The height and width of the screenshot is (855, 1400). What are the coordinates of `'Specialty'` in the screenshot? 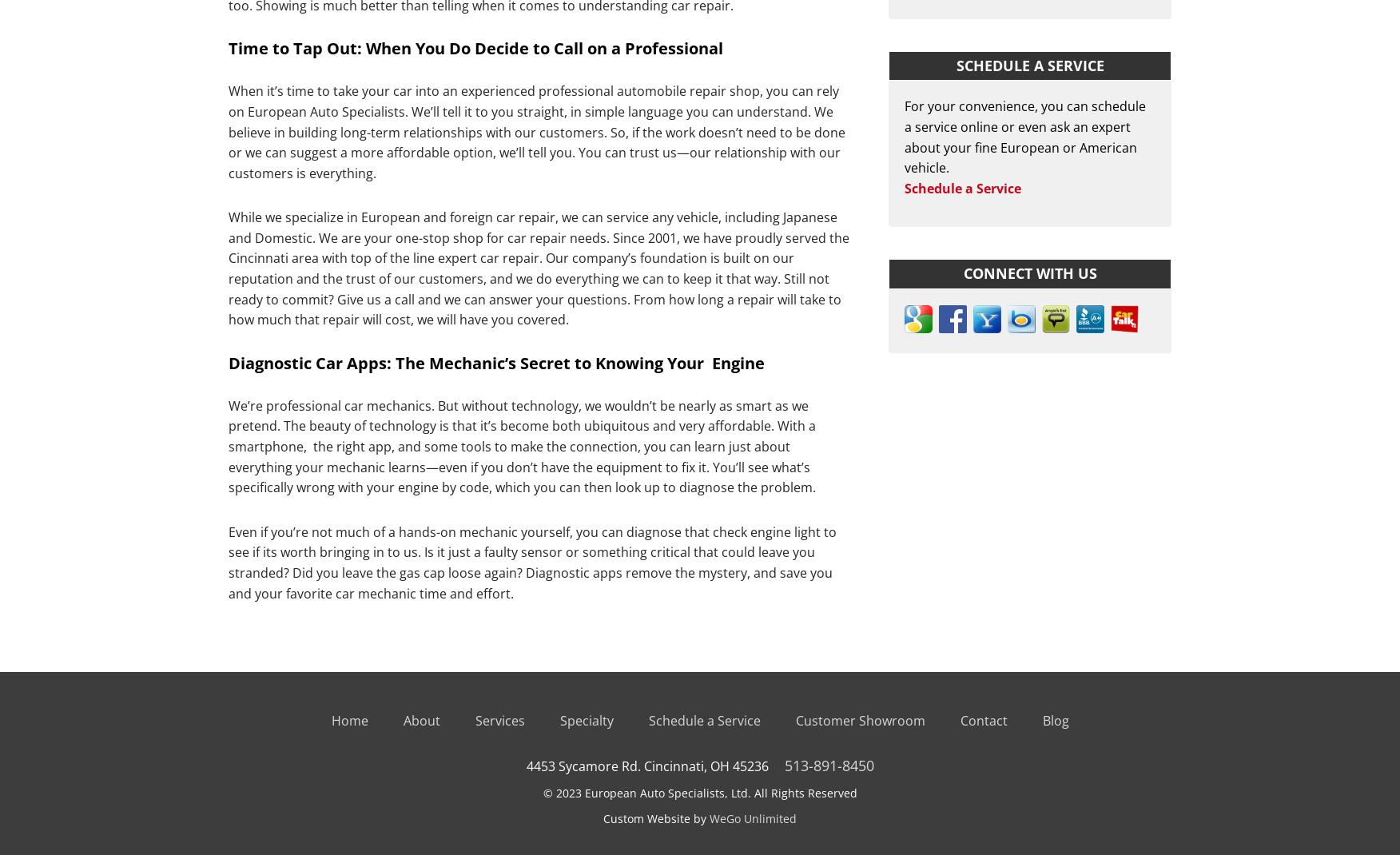 It's located at (586, 720).